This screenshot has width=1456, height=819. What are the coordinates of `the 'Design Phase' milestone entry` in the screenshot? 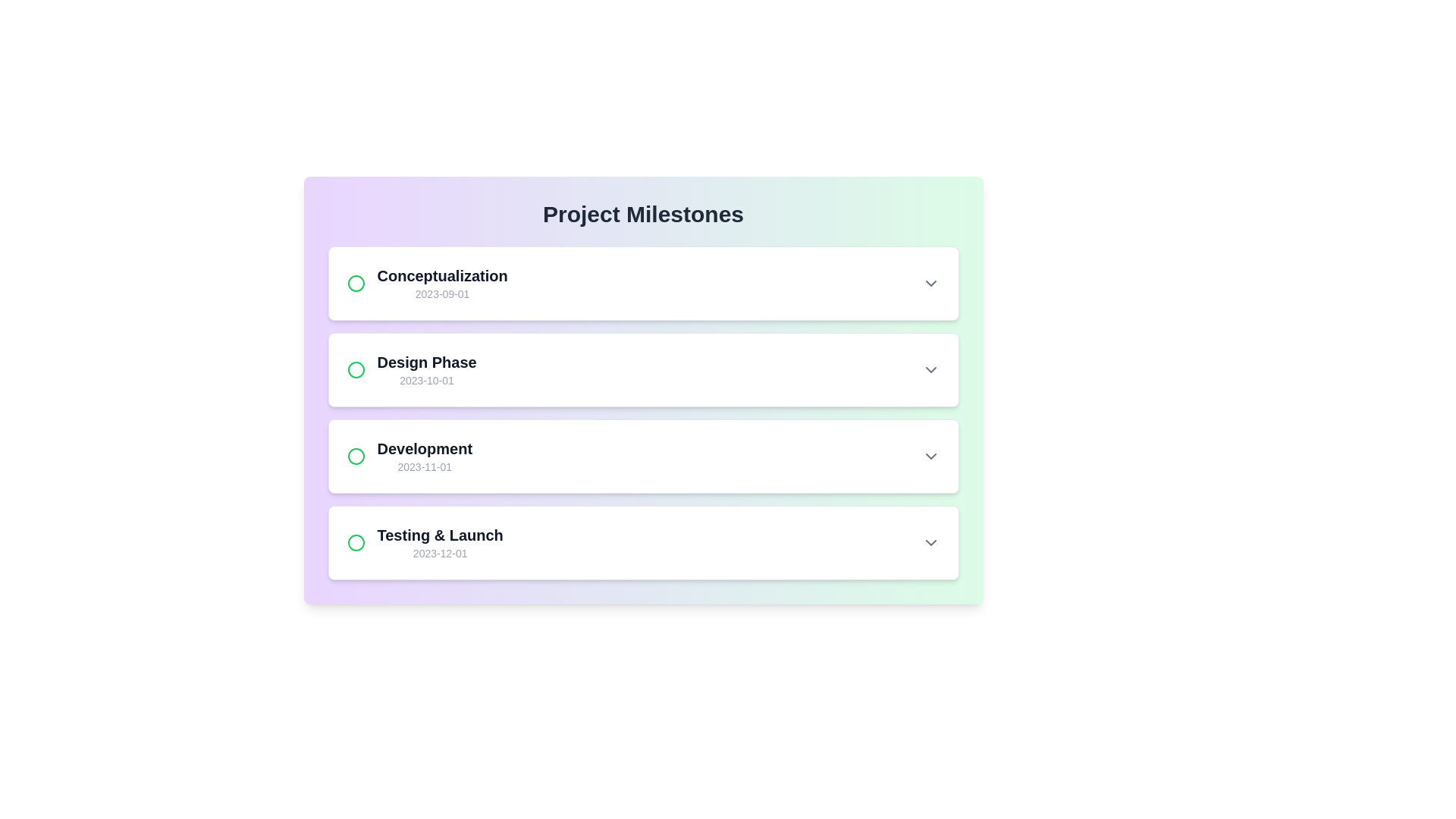 It's located at (643, 370).